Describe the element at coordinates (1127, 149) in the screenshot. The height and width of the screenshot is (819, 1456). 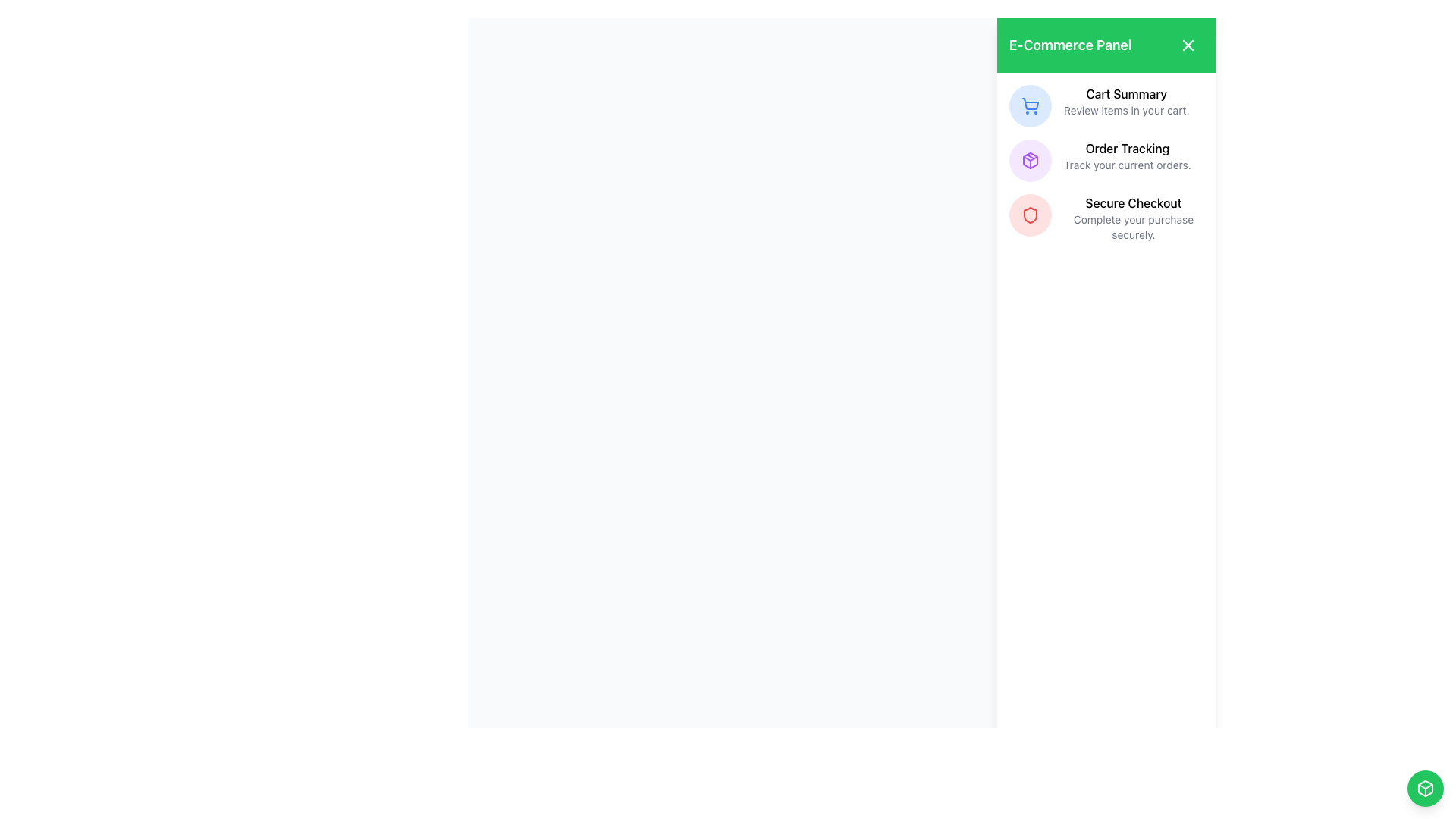
I see `the 'Order Tracking' text label, which serves as a section heading in the sidebar navigation` at that location.